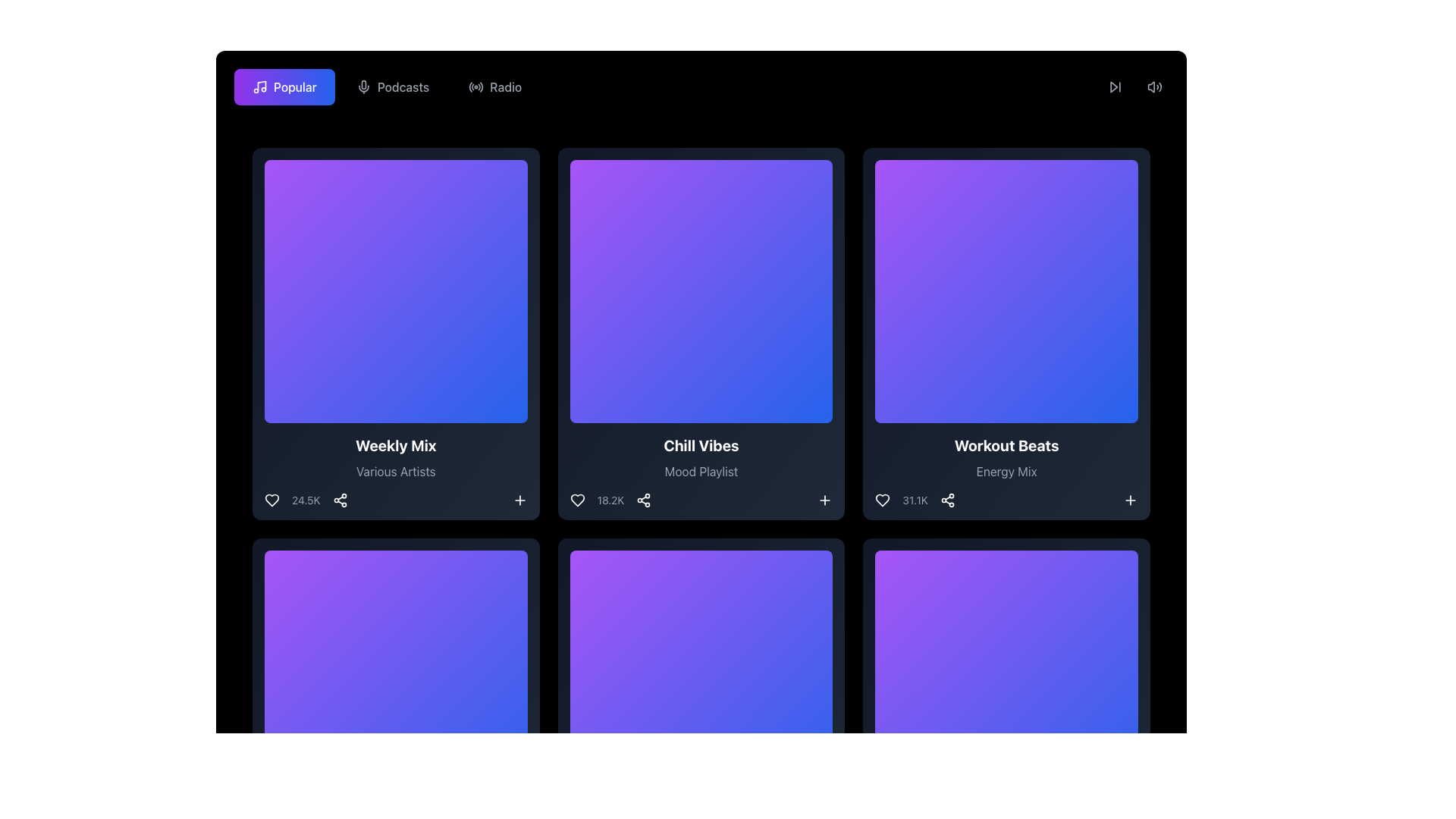 This screenshot has width=1456, height=819. What do you see at coordinates (519, 500) in the screenshot?
I see `the Icon Button located at the bottom-right corner of the 'Weekly Mix' card` at bounding box center [519, 500].